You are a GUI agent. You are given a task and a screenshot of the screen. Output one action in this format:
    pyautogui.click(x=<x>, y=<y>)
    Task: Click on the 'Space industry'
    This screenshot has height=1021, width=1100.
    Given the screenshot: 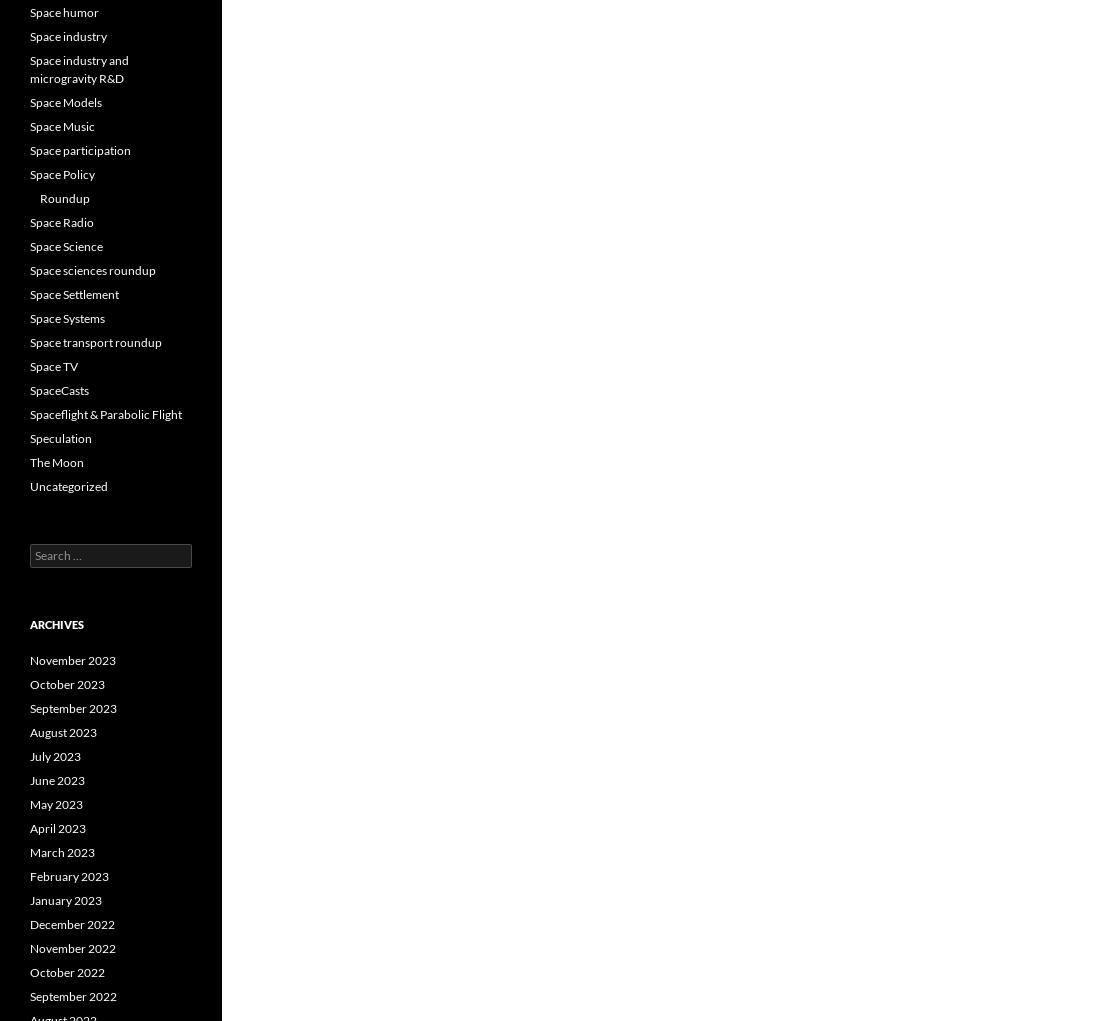 What is the action you would take?
    pyautogui.click(x=67, y=35)
    